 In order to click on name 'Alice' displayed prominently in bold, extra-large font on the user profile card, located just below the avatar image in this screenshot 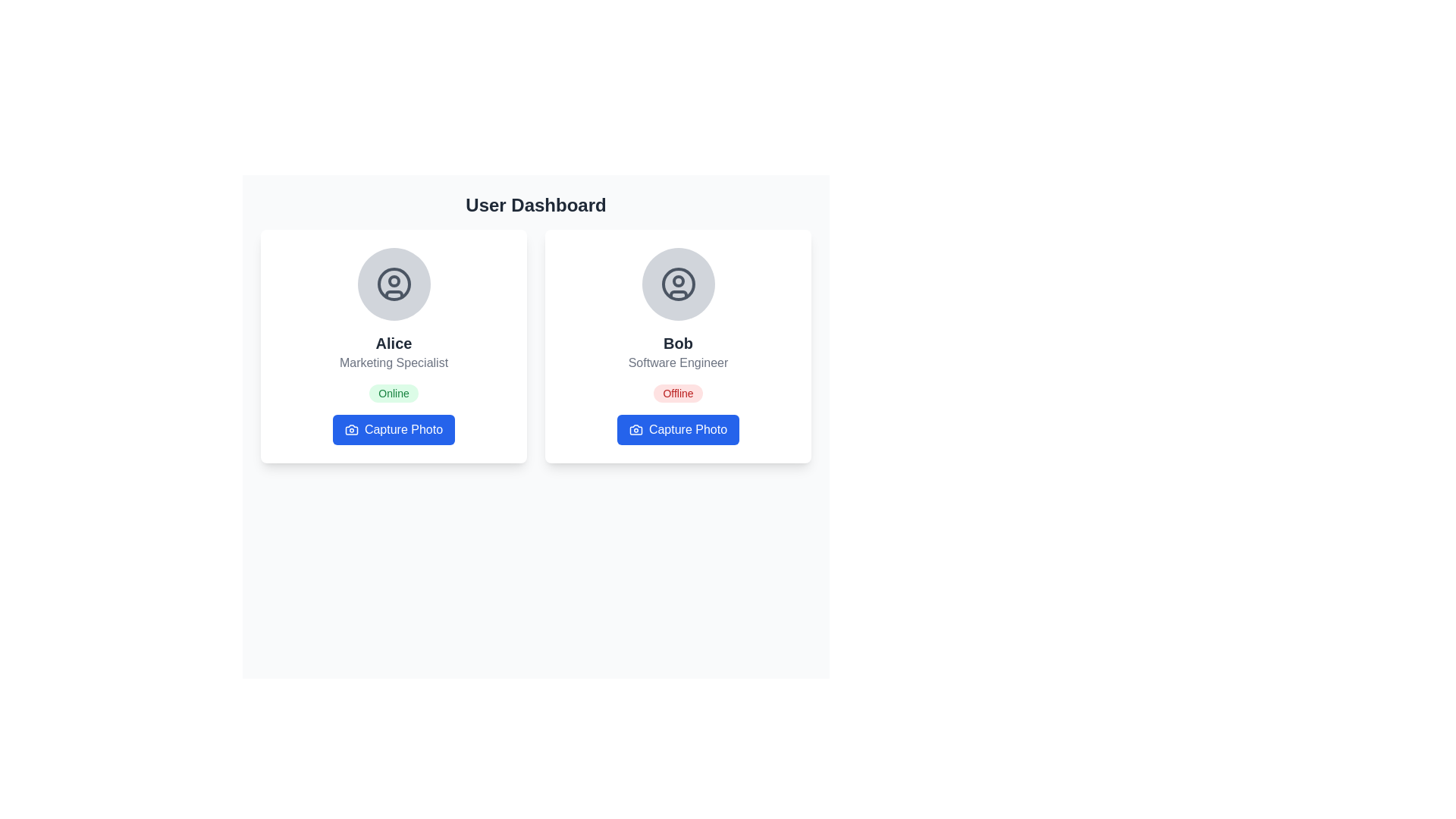, I will do `click(394, 343)`.